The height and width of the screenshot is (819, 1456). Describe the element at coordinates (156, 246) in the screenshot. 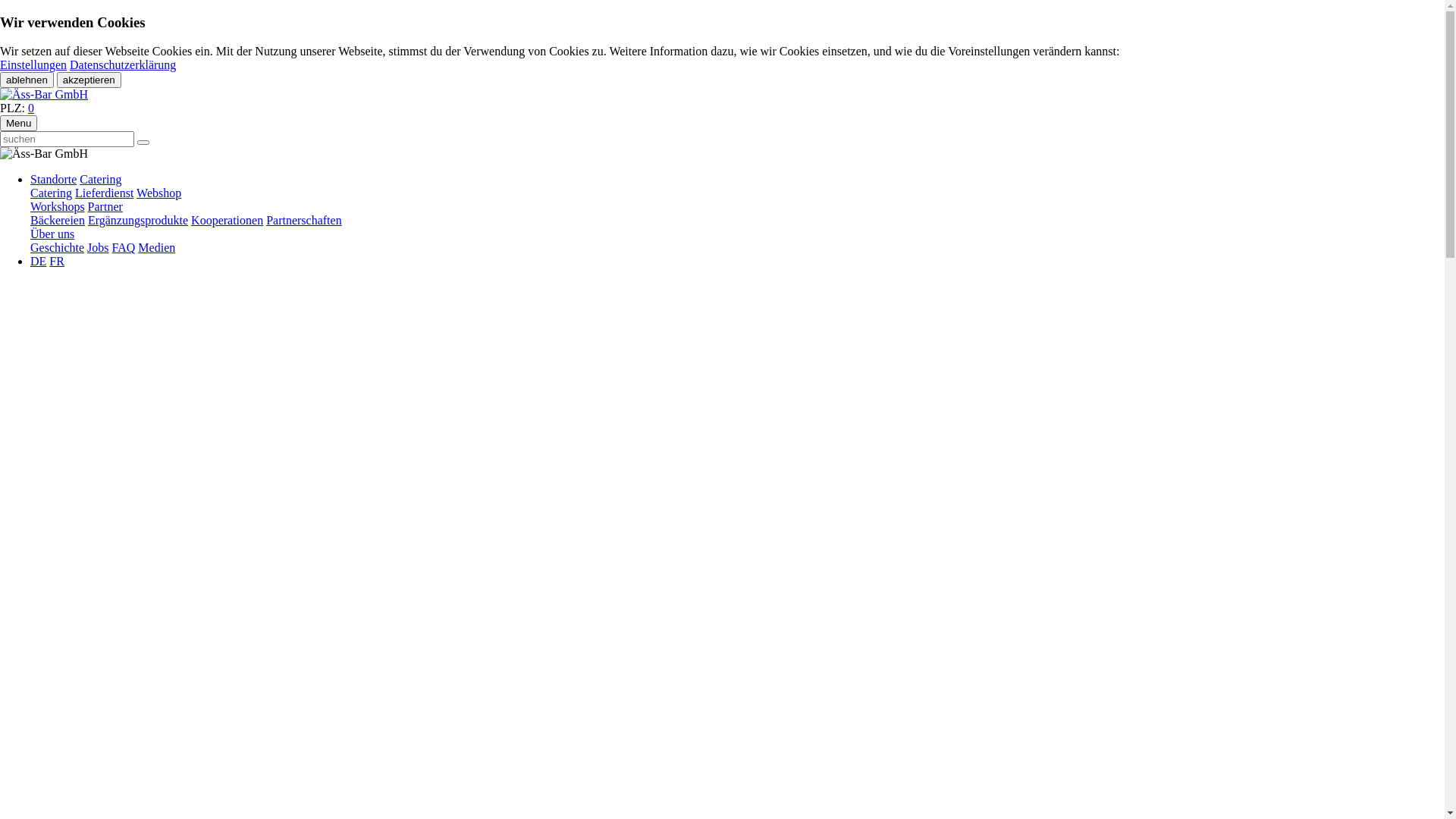

I see `'Medien'` at that location.